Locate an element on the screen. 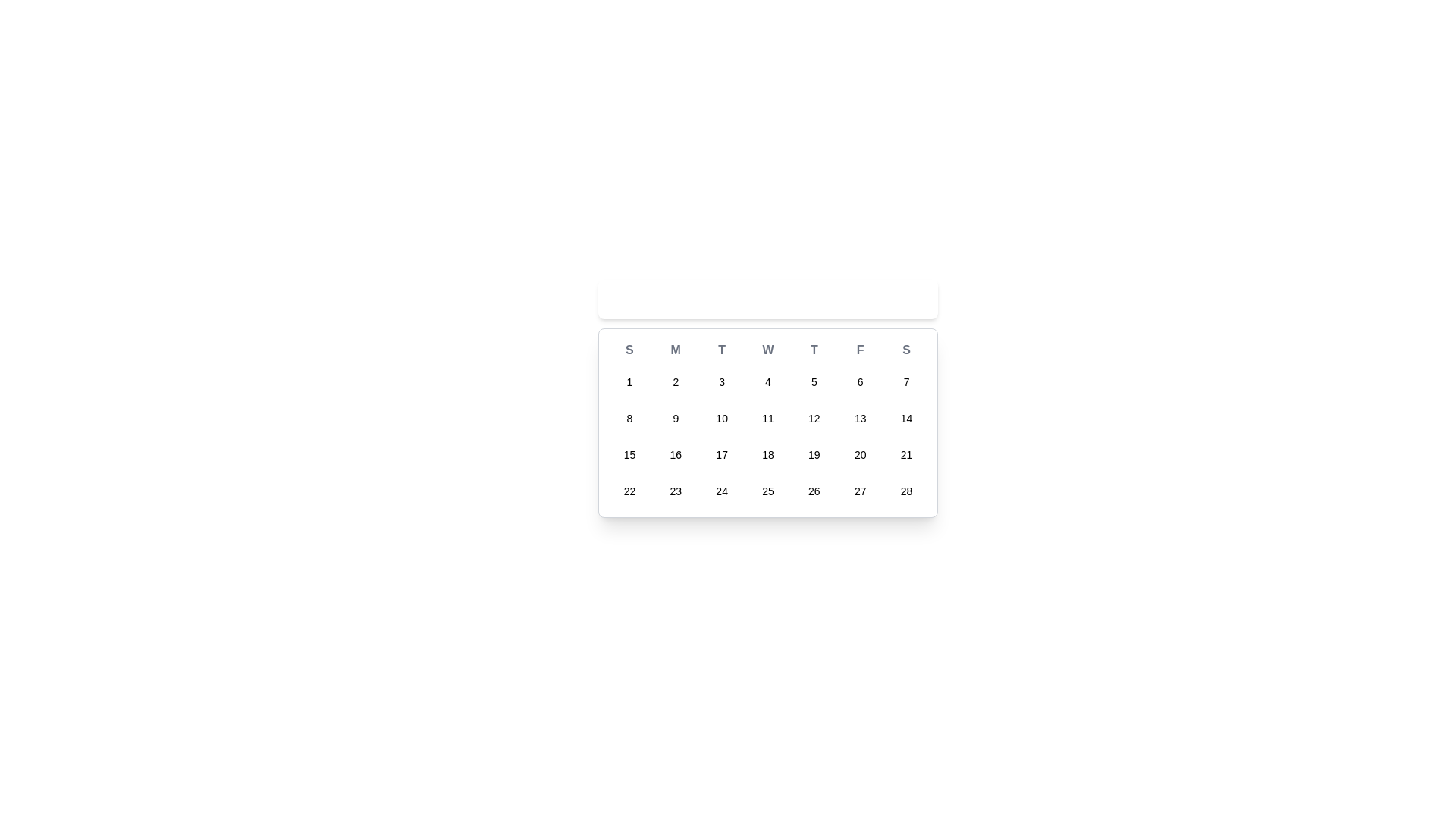  the selectable cell displaying the number '17' in the calendar grid is located at coordinates (721, 454).